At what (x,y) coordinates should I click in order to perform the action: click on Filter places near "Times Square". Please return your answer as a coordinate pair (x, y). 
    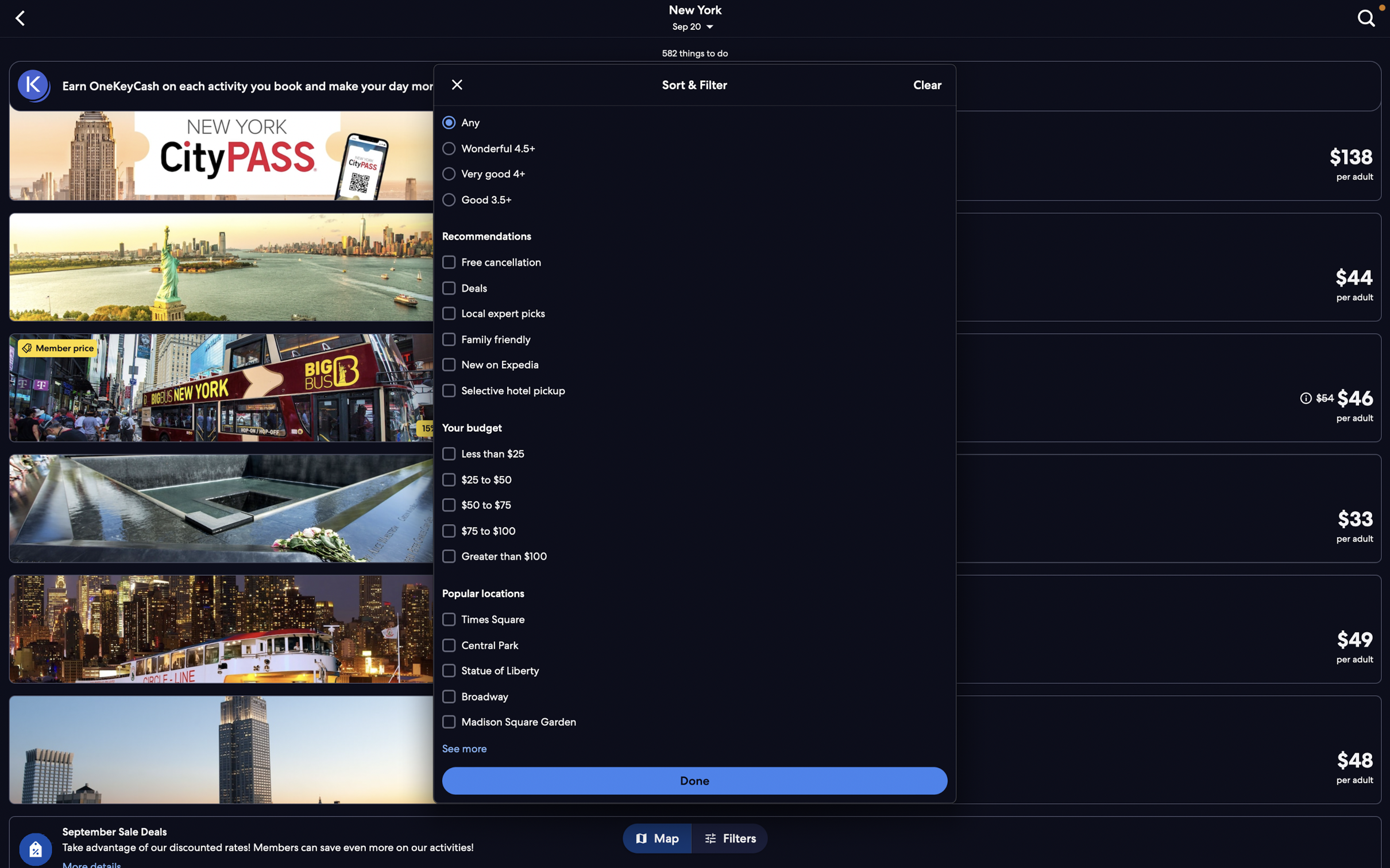
    Looking at the image, I should click on (696, 619).